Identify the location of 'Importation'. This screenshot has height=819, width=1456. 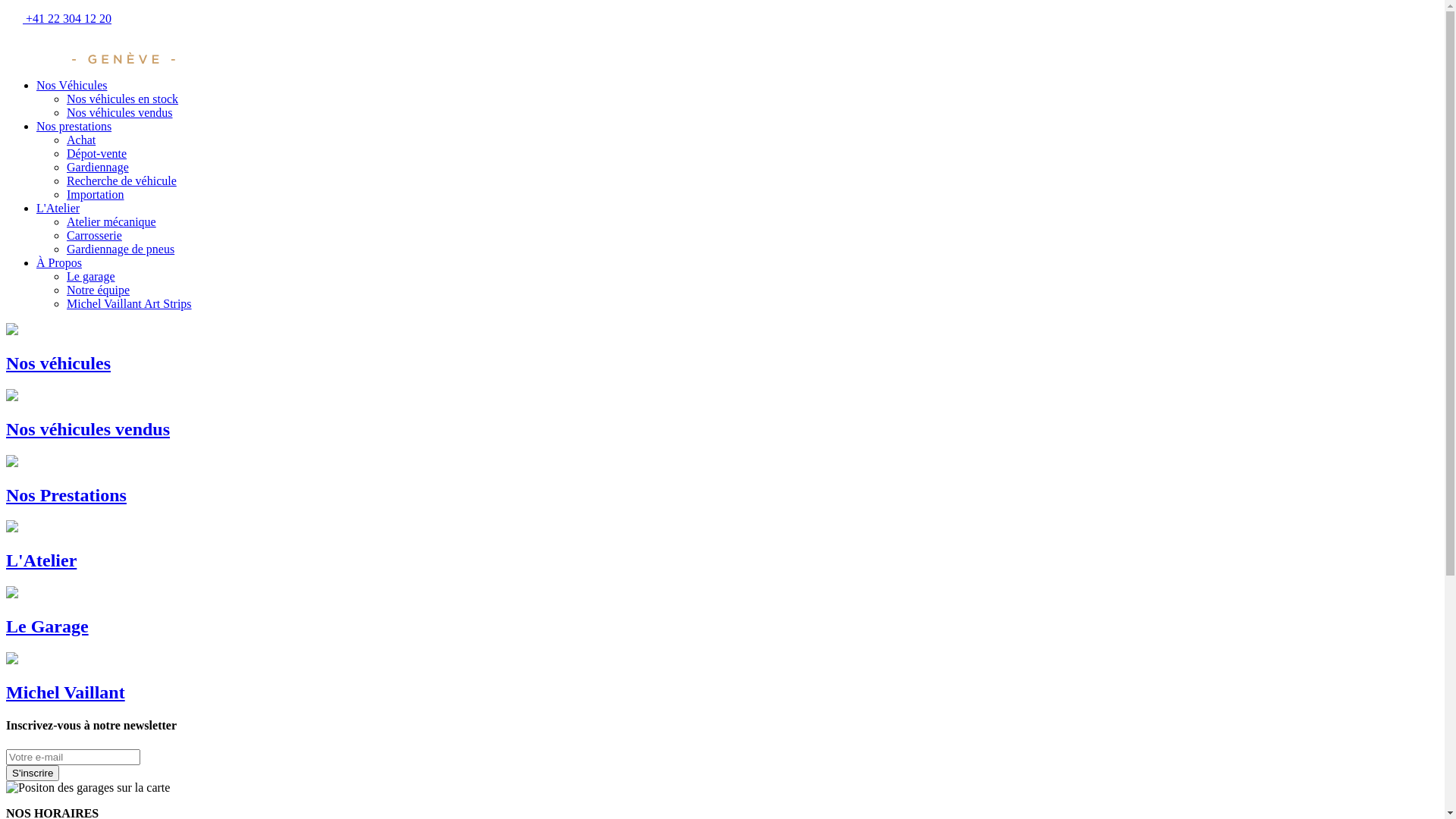
(65, 193).